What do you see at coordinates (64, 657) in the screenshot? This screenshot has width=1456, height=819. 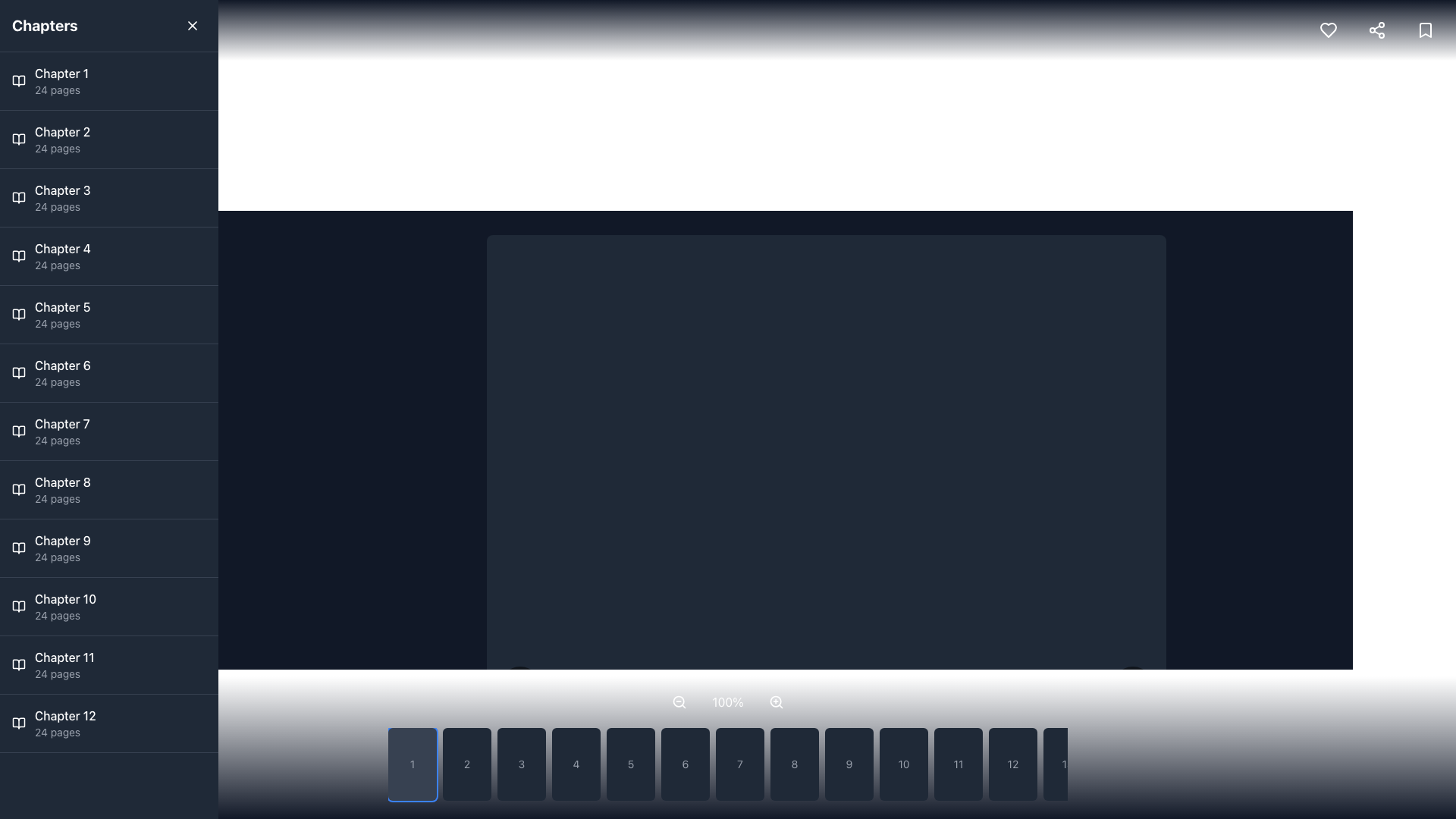 I see `text label indicating the title of the eleventh chapter, positioned on the left sidebar above '24 pages' and below 'Chapter 10'` at bounding box center [64, 657].